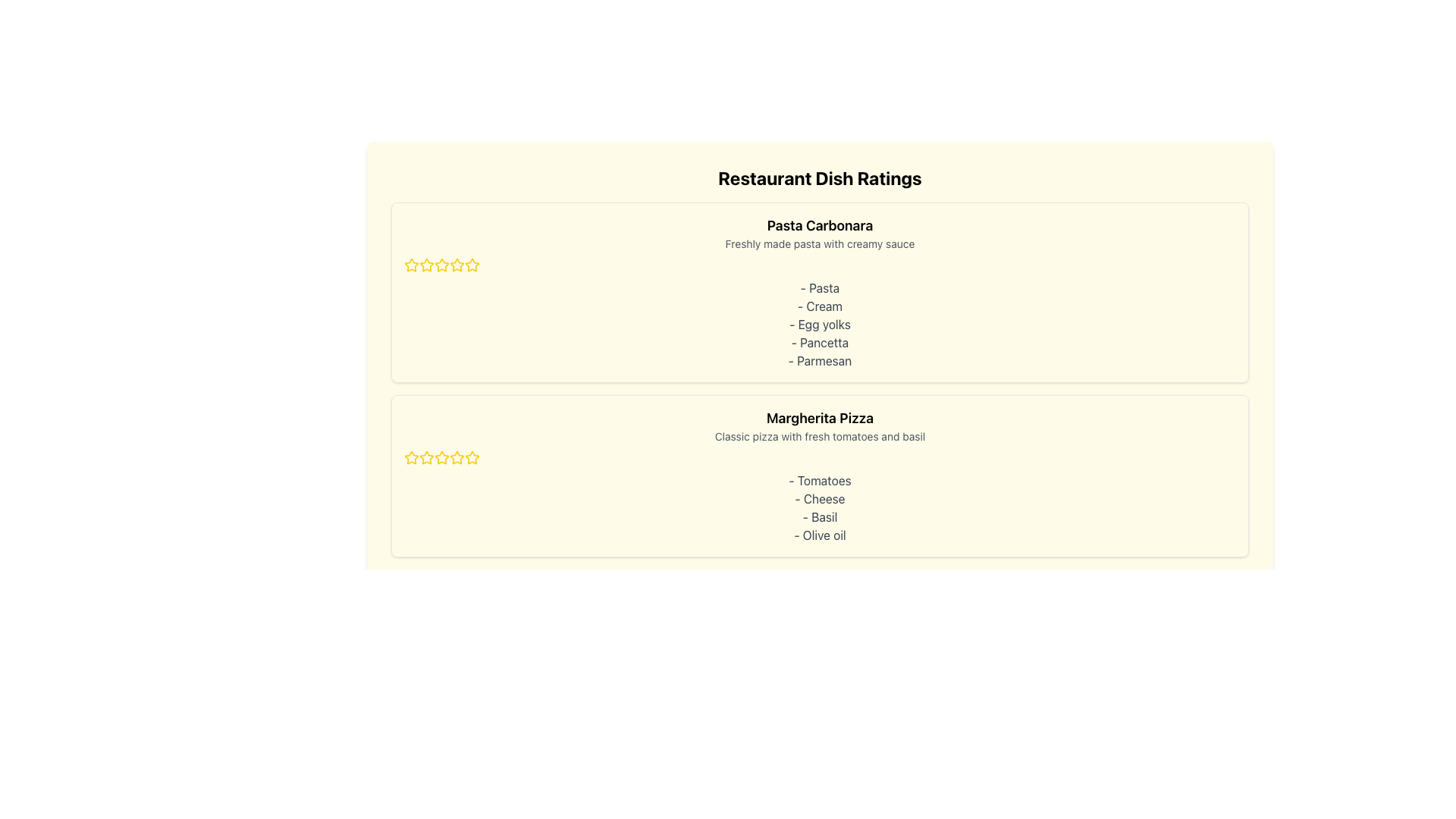  I want to click on the fourth star-shaped icon with a yellow outline in the rating widget for 'Pasta Carbonara', so click(472, 264).